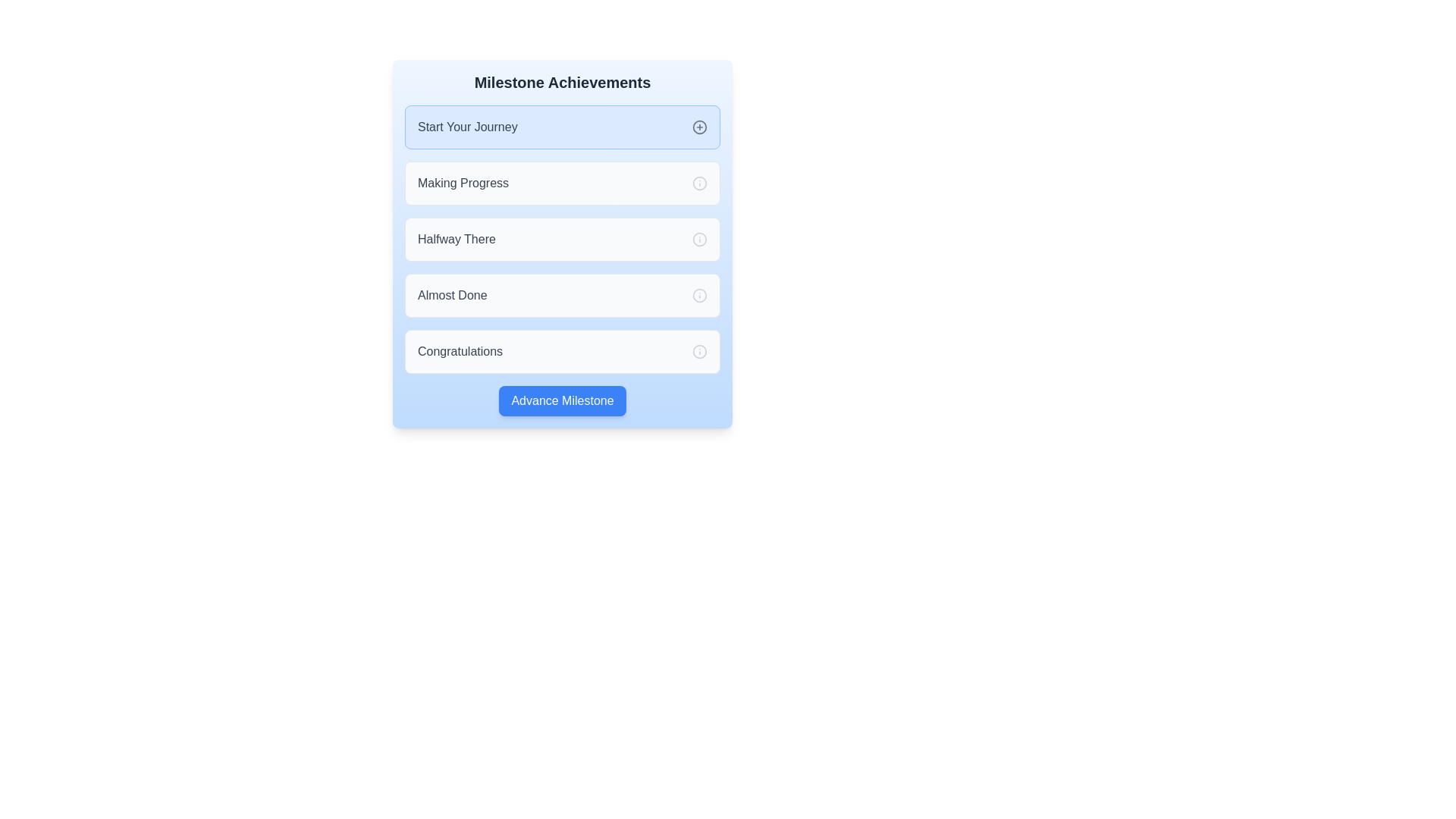  I want to click on the circular light gray information icon located to the right of the 'Almost Done' text, so click(698, 295).